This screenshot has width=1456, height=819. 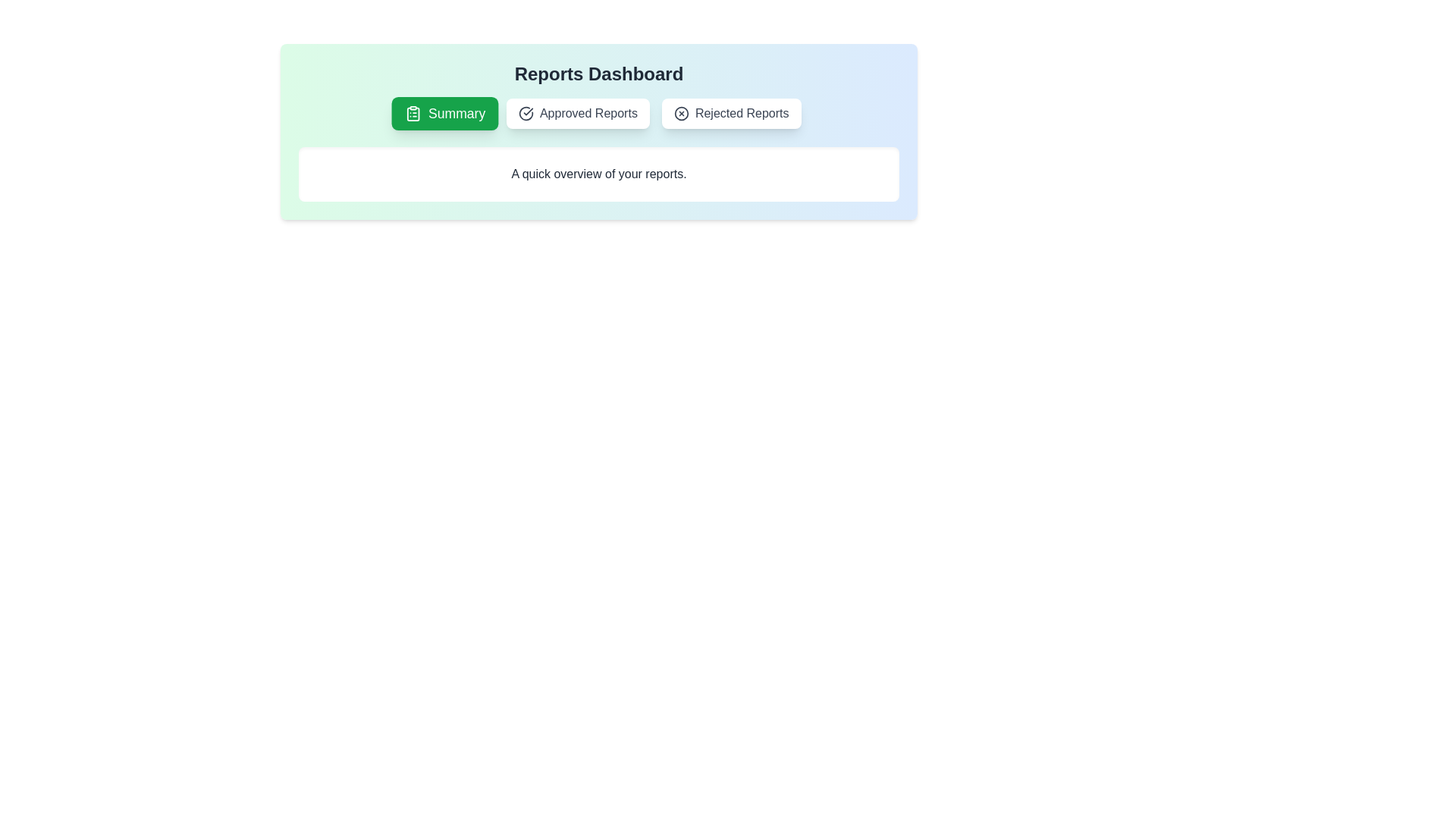 What do you see at coordinates (731, 113) in the screenshot?
I see `the tab labeled Rejected Reports` at bounding box center [731, 113].